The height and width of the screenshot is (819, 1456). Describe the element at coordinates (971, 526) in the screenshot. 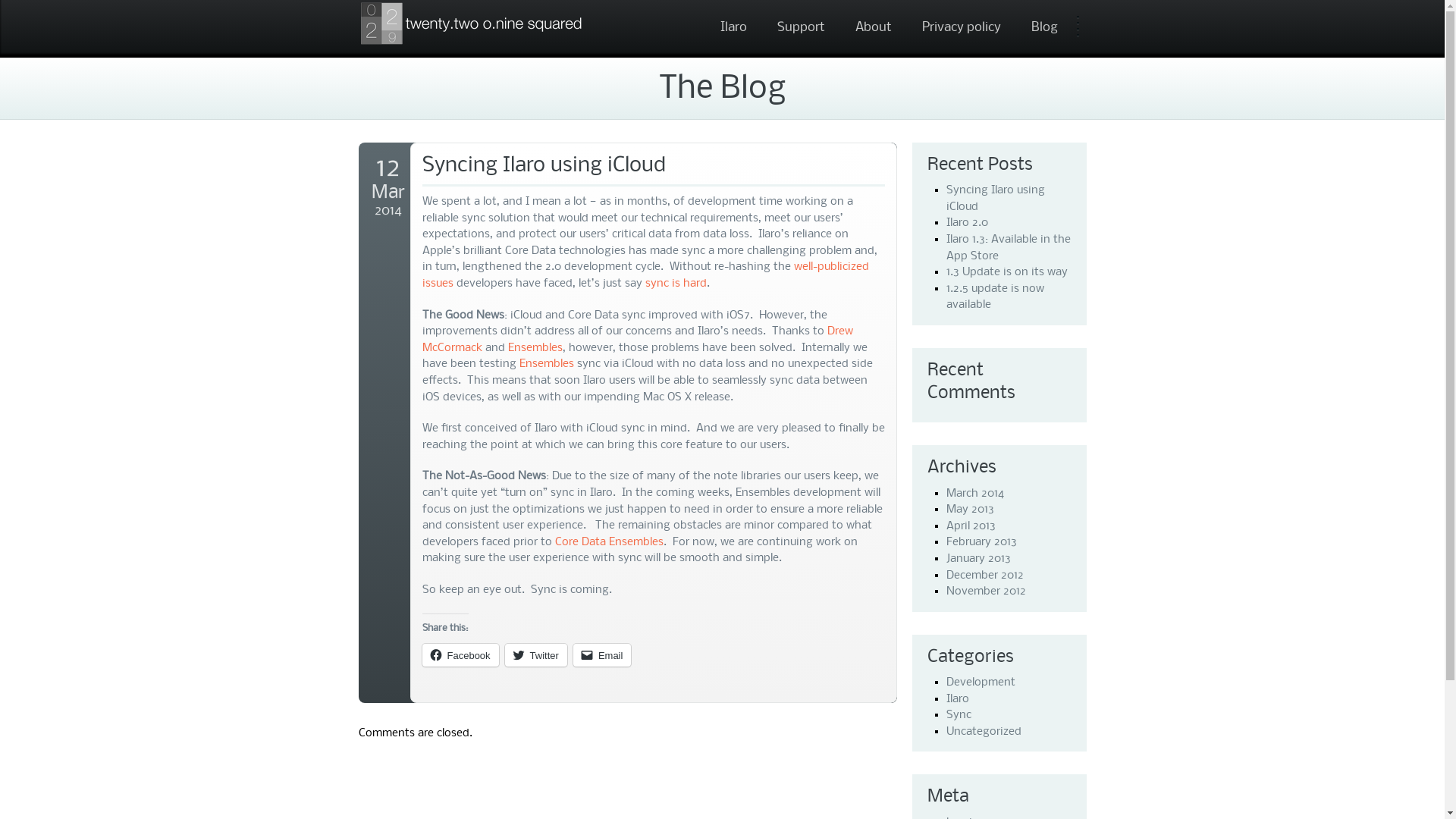

I see `'April 2013'` at that location.